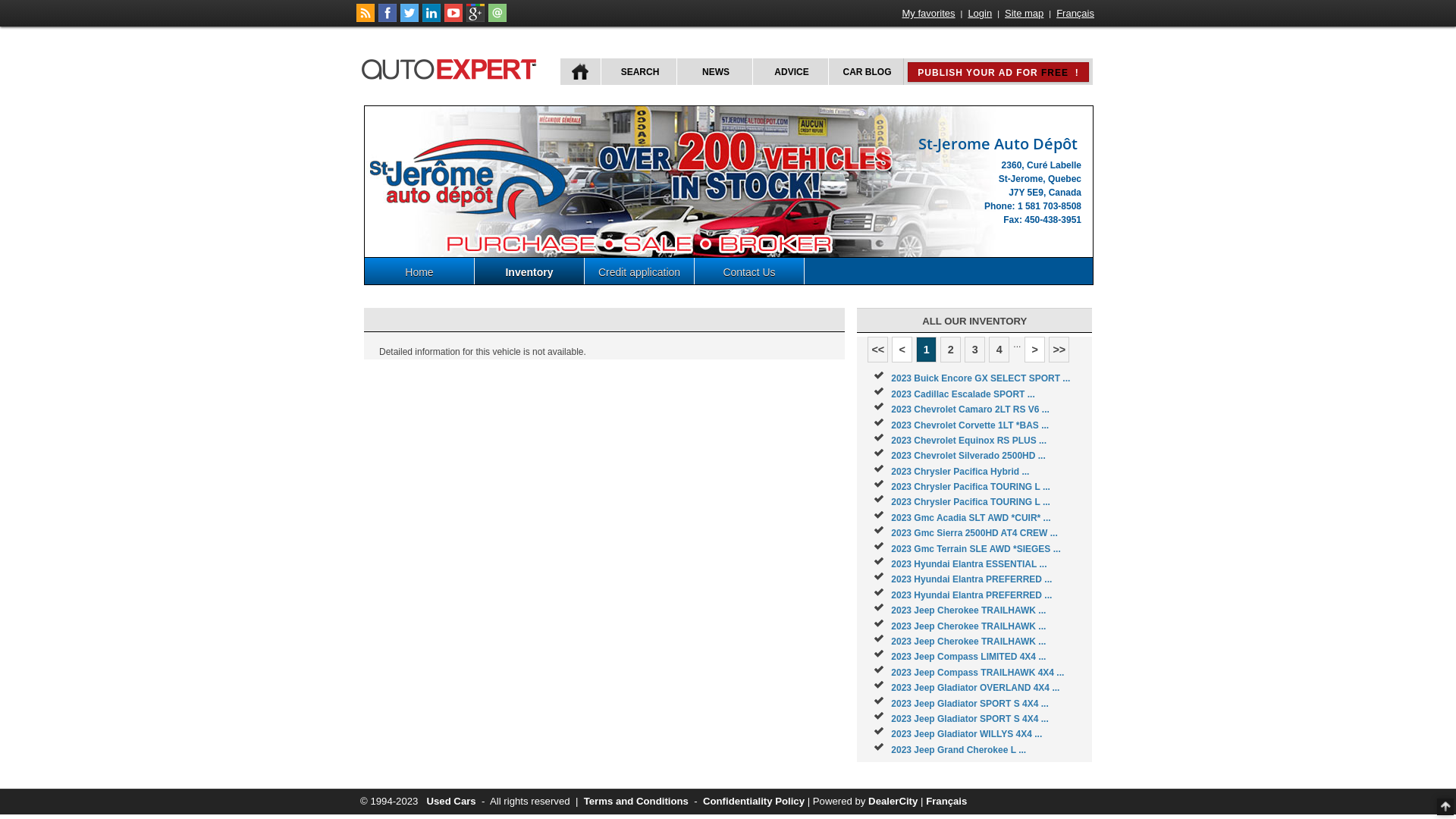  What do you see at coordinates (967, 626) in the screenshot?
I see `'2023 Jeep Cherokee TRAILHAWK ...'` at bounding box center [967, 626].